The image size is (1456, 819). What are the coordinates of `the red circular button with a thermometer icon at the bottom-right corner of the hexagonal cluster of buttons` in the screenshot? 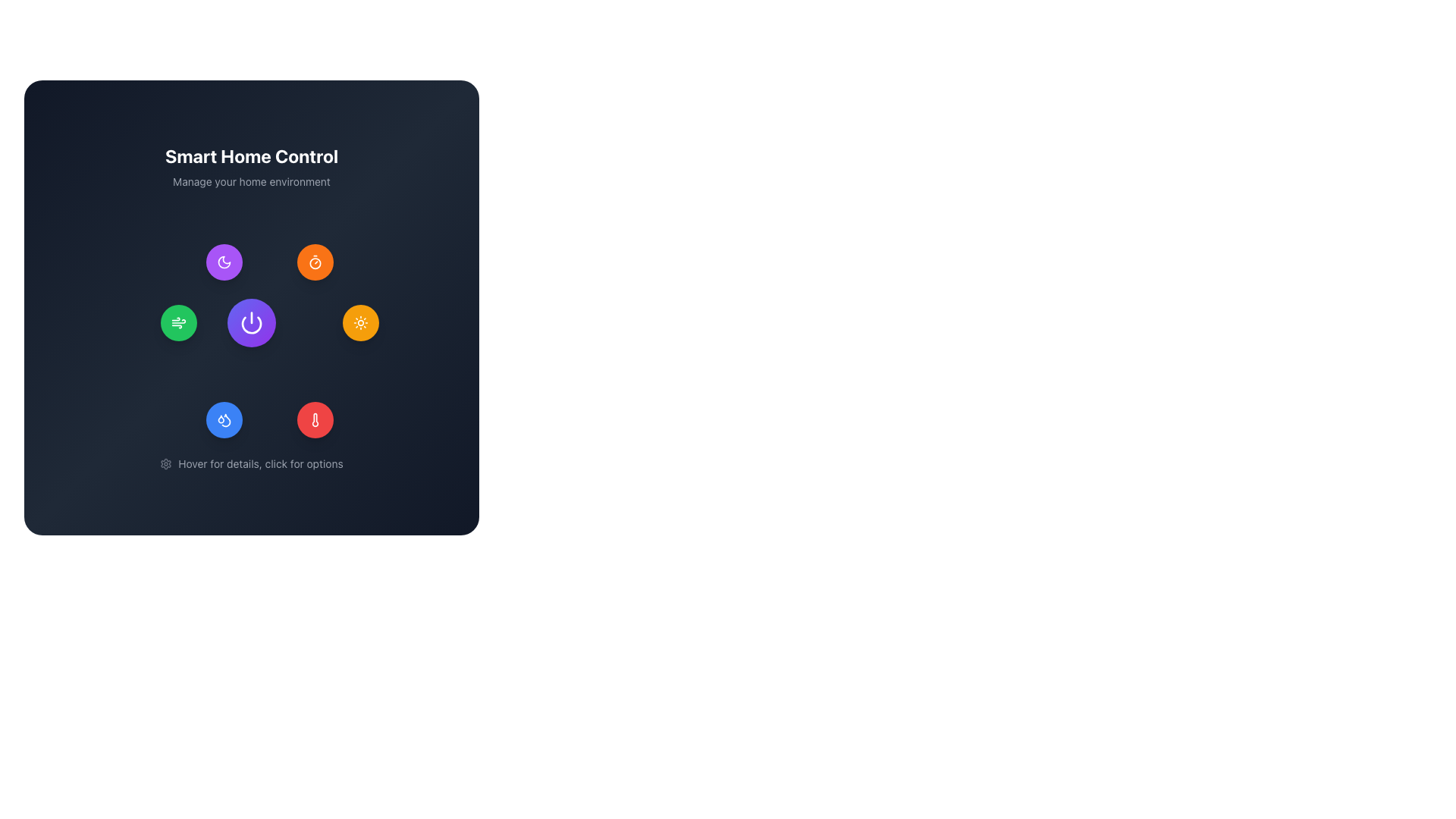 It's located at (315, 420).